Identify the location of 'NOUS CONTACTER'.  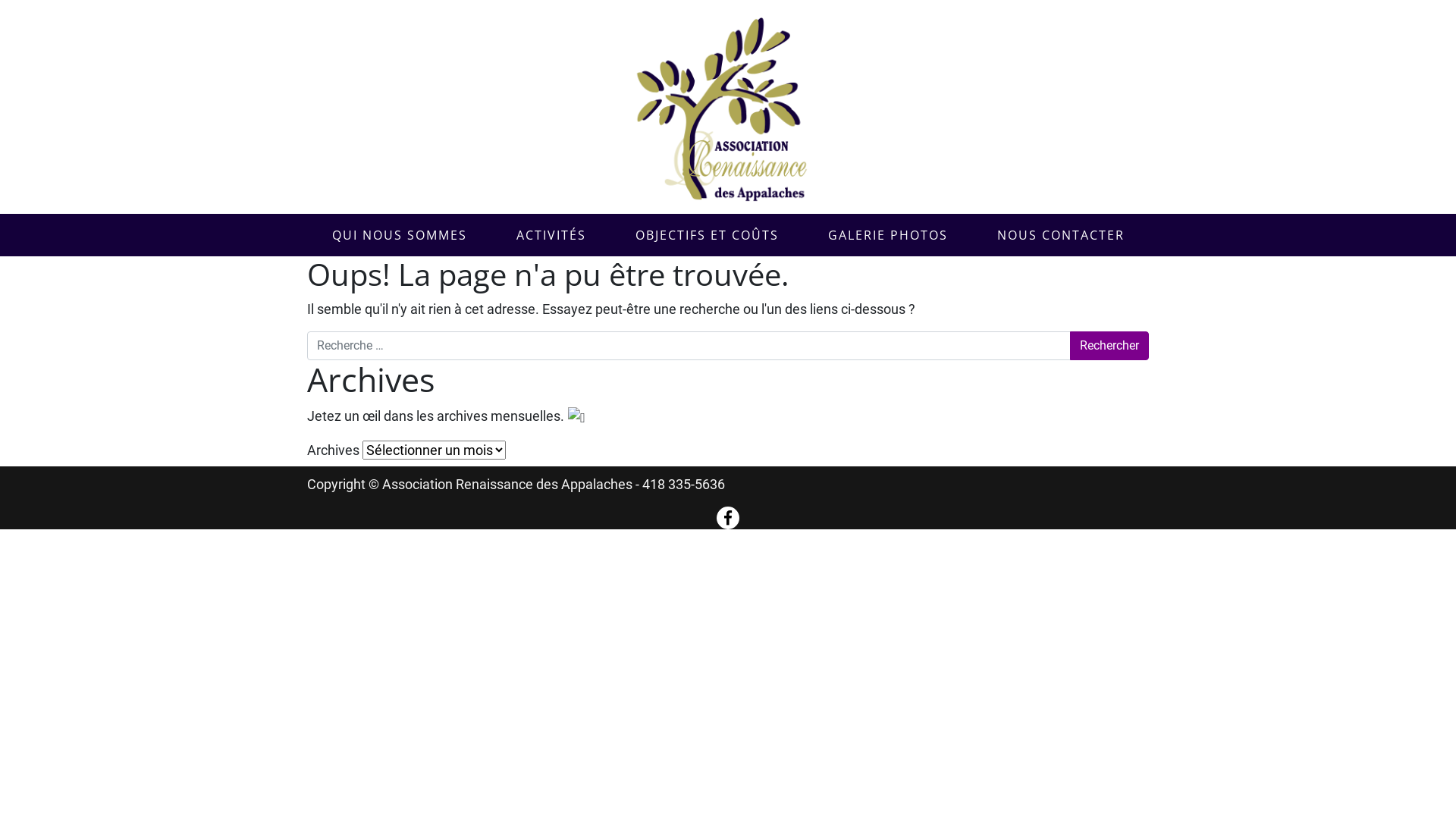
(1059, 234).